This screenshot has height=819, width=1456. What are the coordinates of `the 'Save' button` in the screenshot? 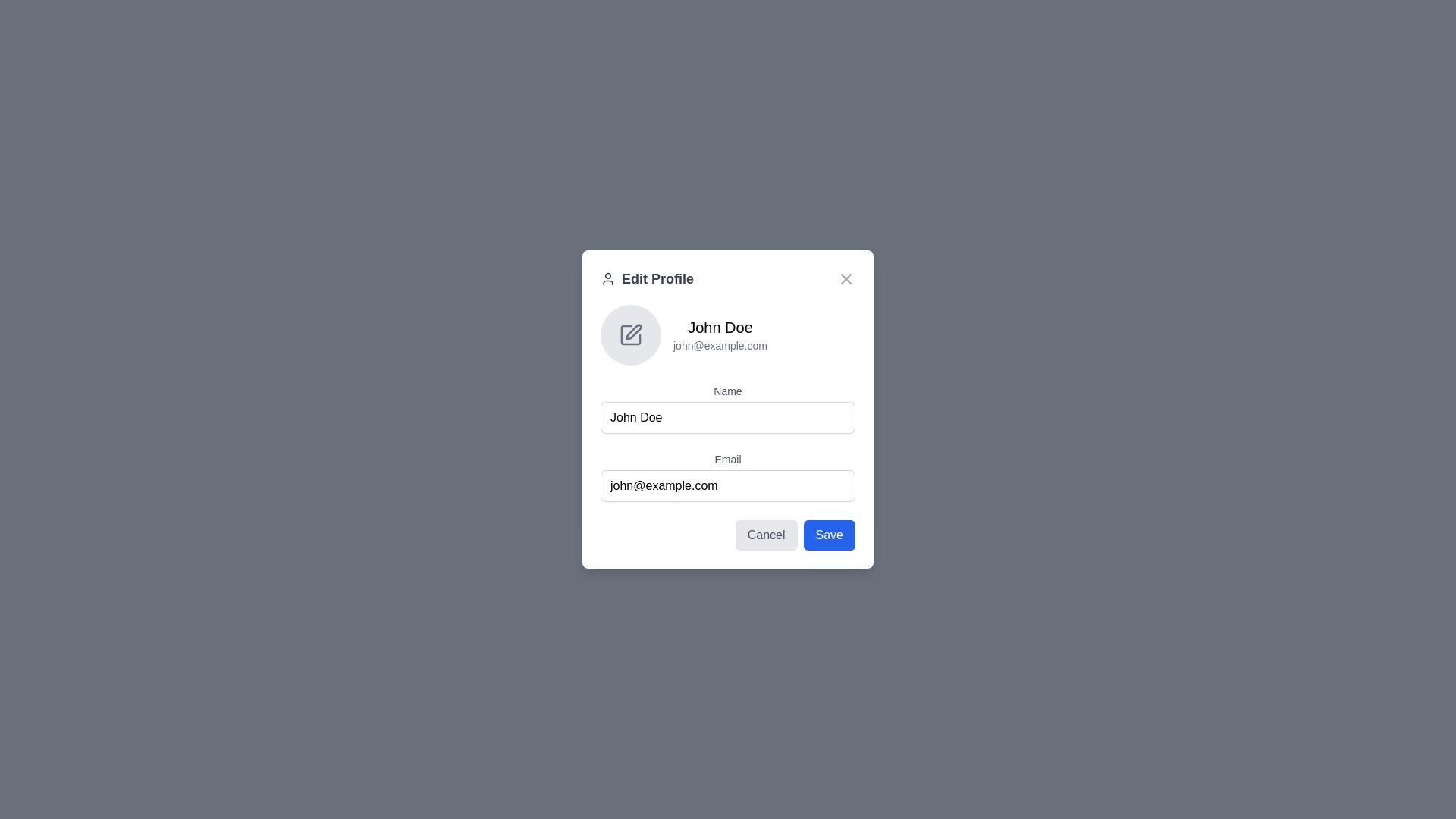 It's located at (828, 534).